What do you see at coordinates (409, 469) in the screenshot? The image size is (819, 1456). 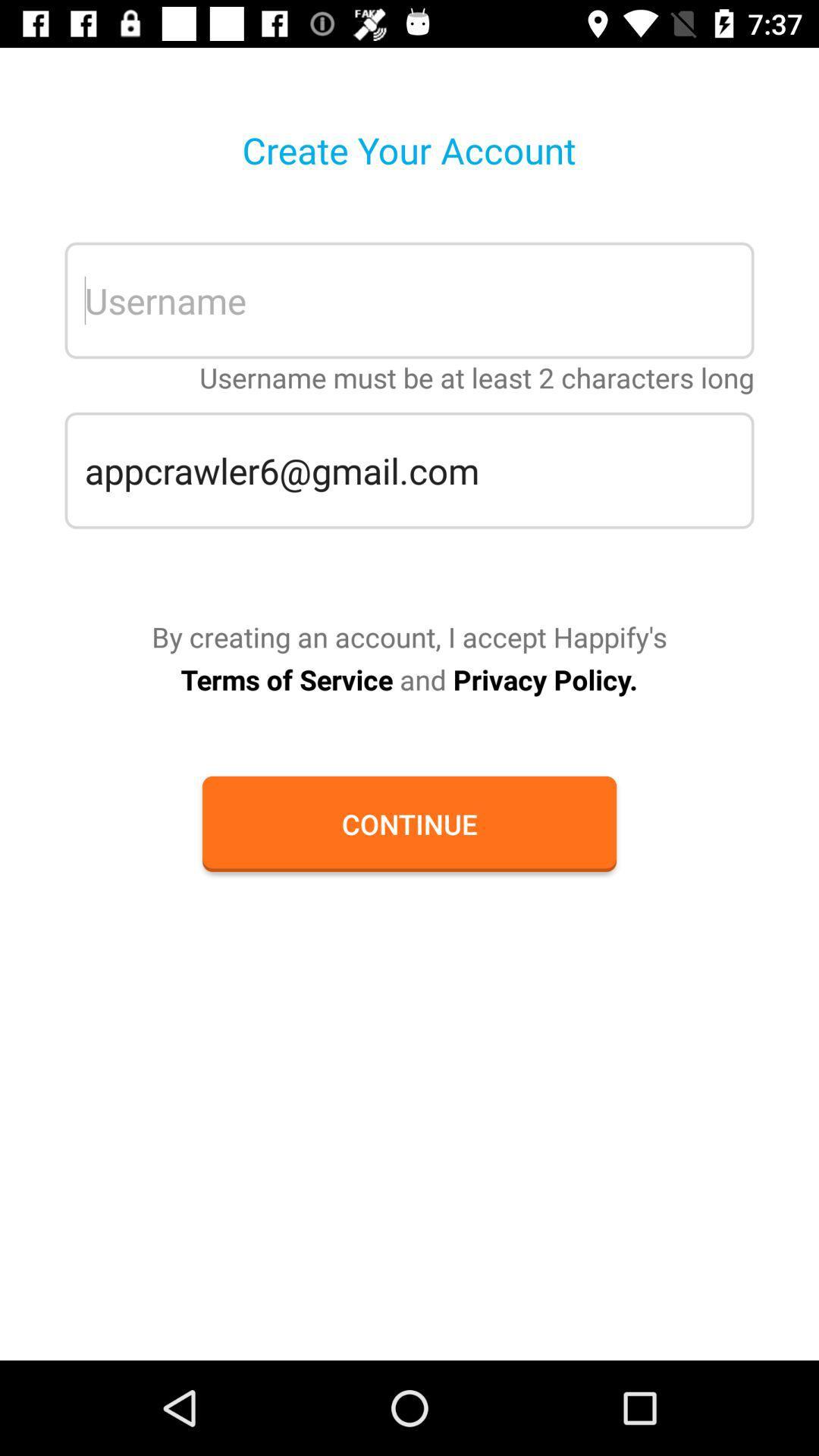 I see `the appcrawler6@gmail.com icon` at bounding box center [409, 469].